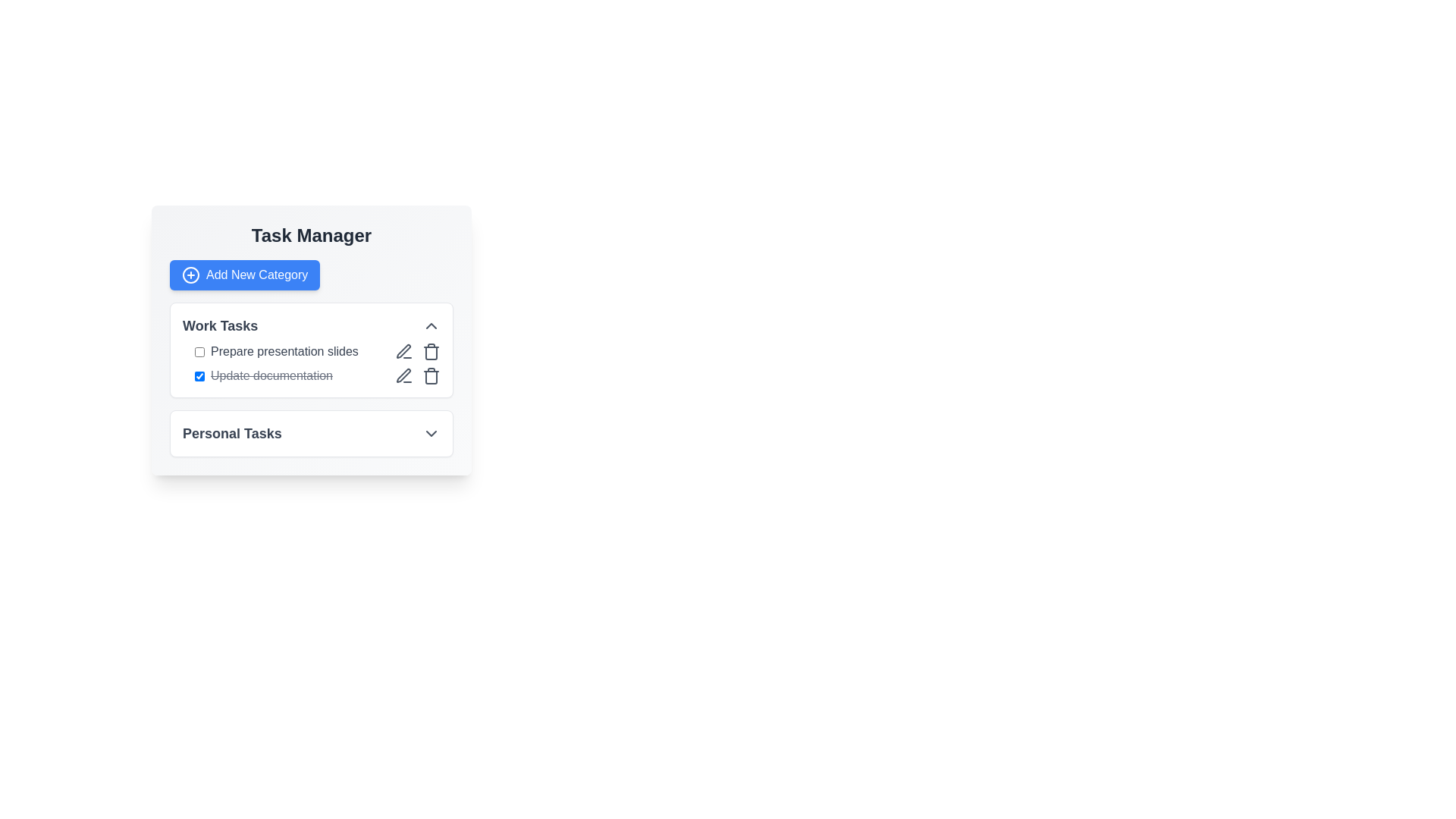  What do you see at coordinates (199, 351) in the screenshot?
I see `the checkbox associated with the task 'Prepare presentation slides'` at bounding box center [199, 351].